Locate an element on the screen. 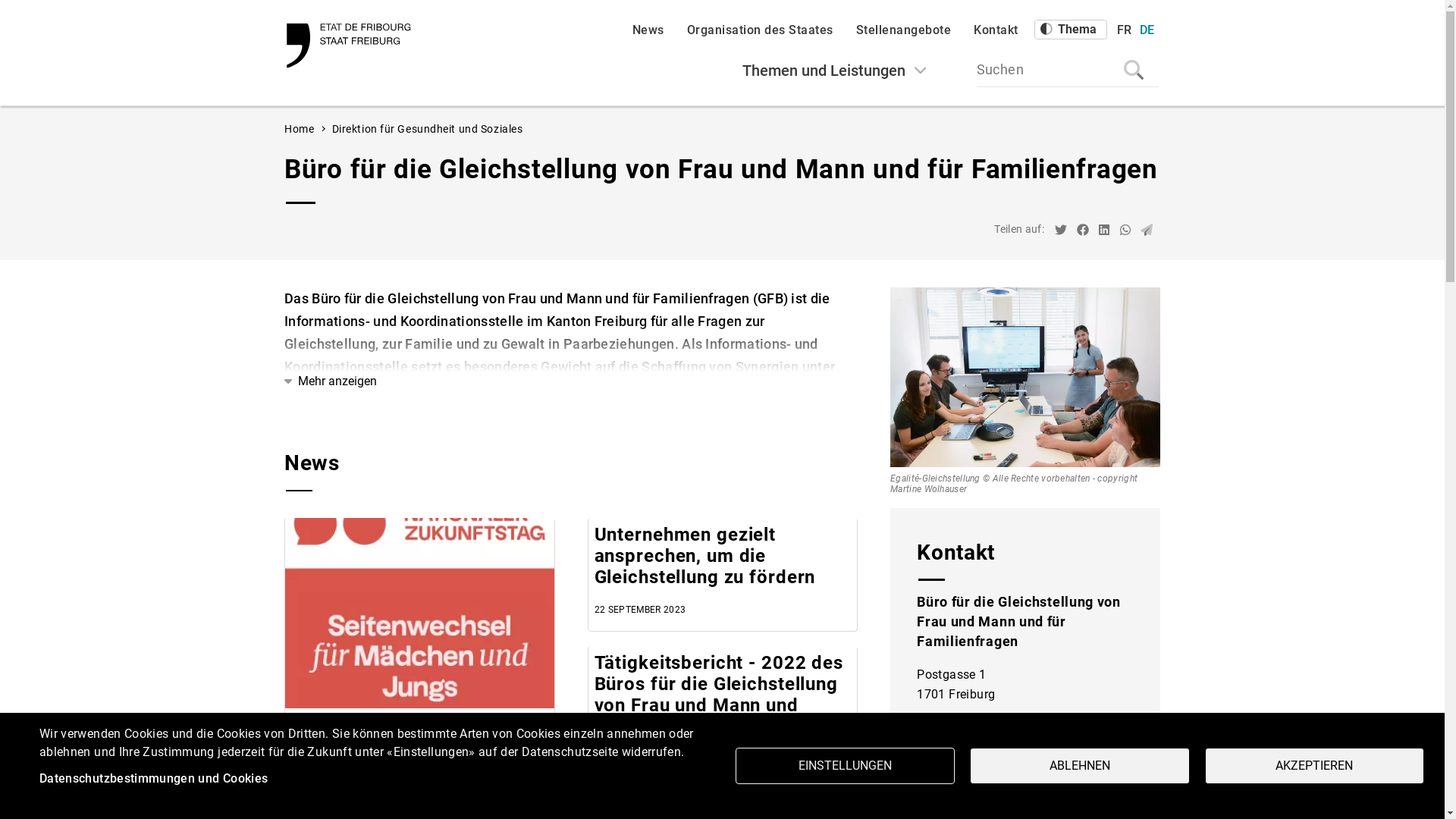 This screenshot has width=1456, height=819. 'Teilen auf E-Mail' is located at coordinates (1140, 231).